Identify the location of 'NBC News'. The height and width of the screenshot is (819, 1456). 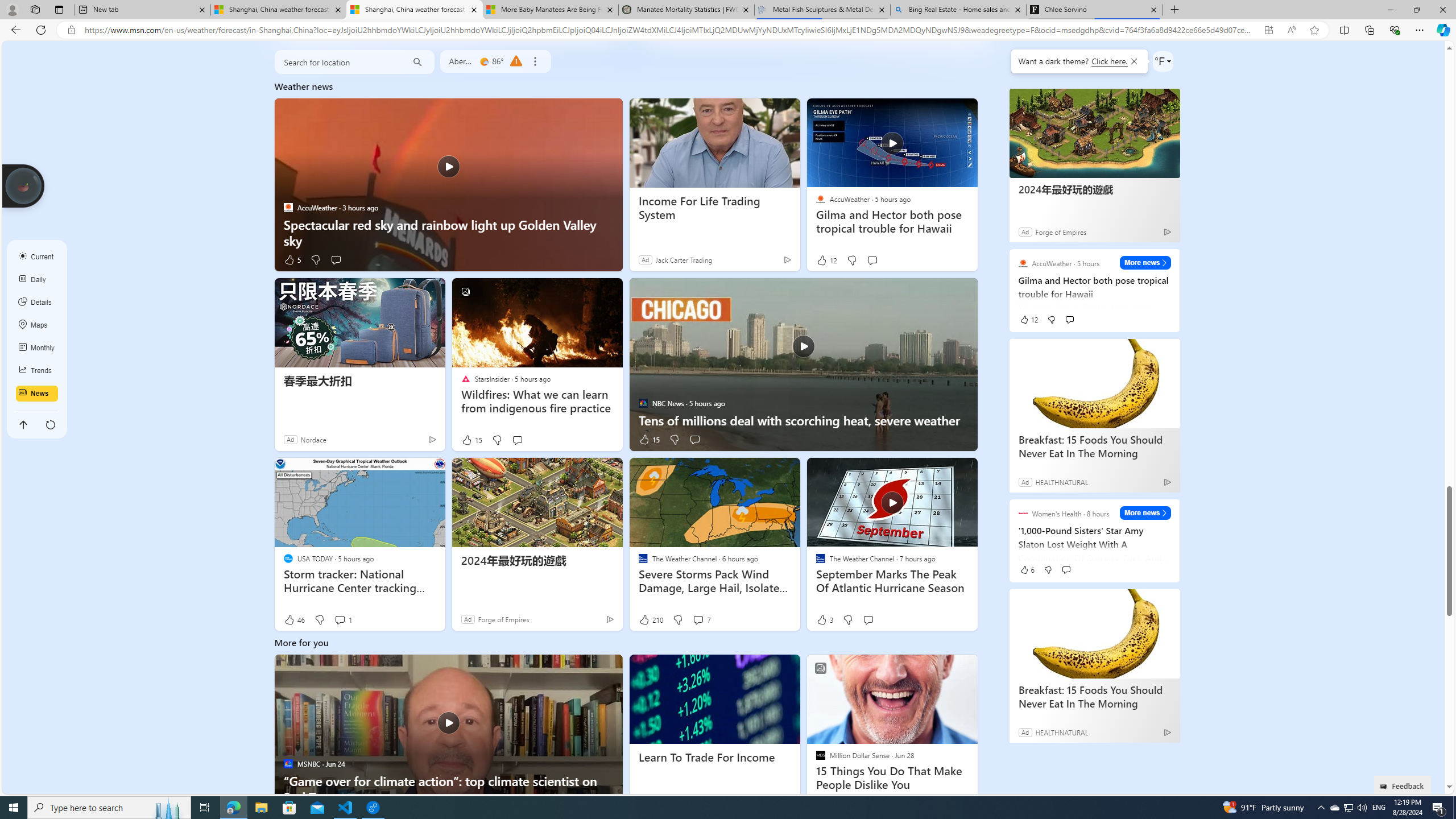
(642, 403).